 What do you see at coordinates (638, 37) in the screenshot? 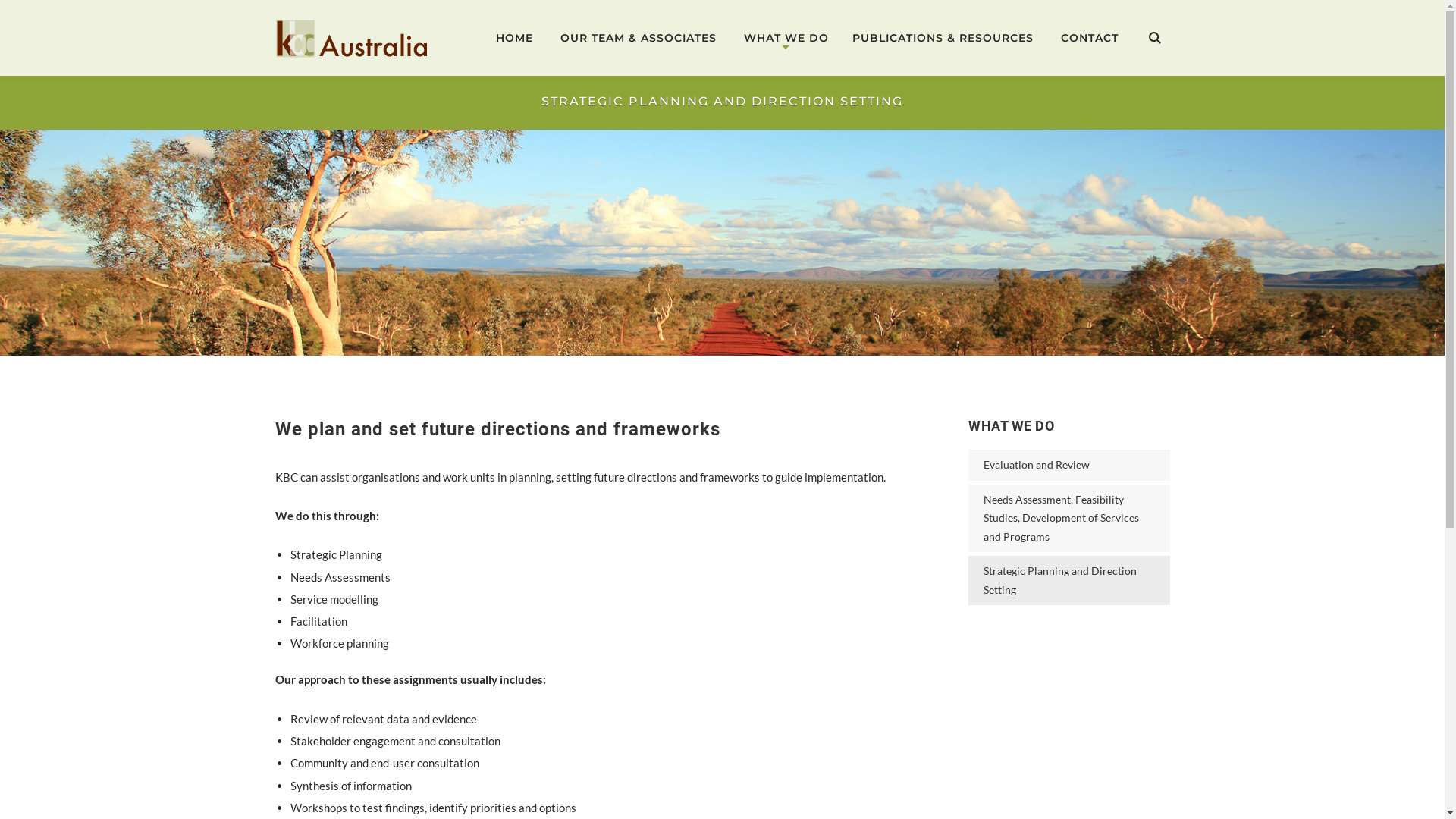
I see `'OUR TEAM & ASSOCIATES'` at bounding box center [638, 37].